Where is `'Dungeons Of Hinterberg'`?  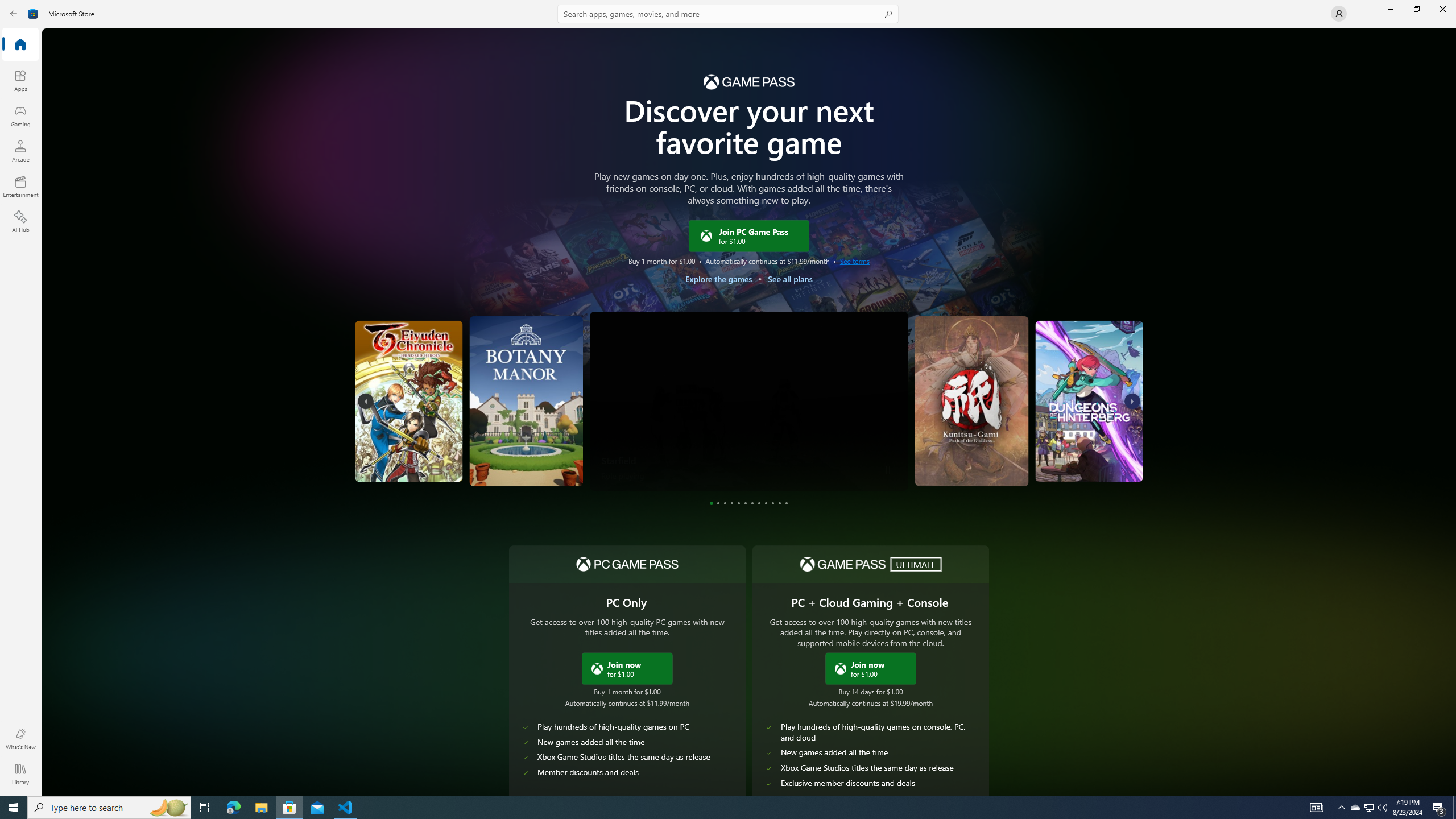 'Dungeons Of Hinterberg' is located at coordinates (1044, 400).